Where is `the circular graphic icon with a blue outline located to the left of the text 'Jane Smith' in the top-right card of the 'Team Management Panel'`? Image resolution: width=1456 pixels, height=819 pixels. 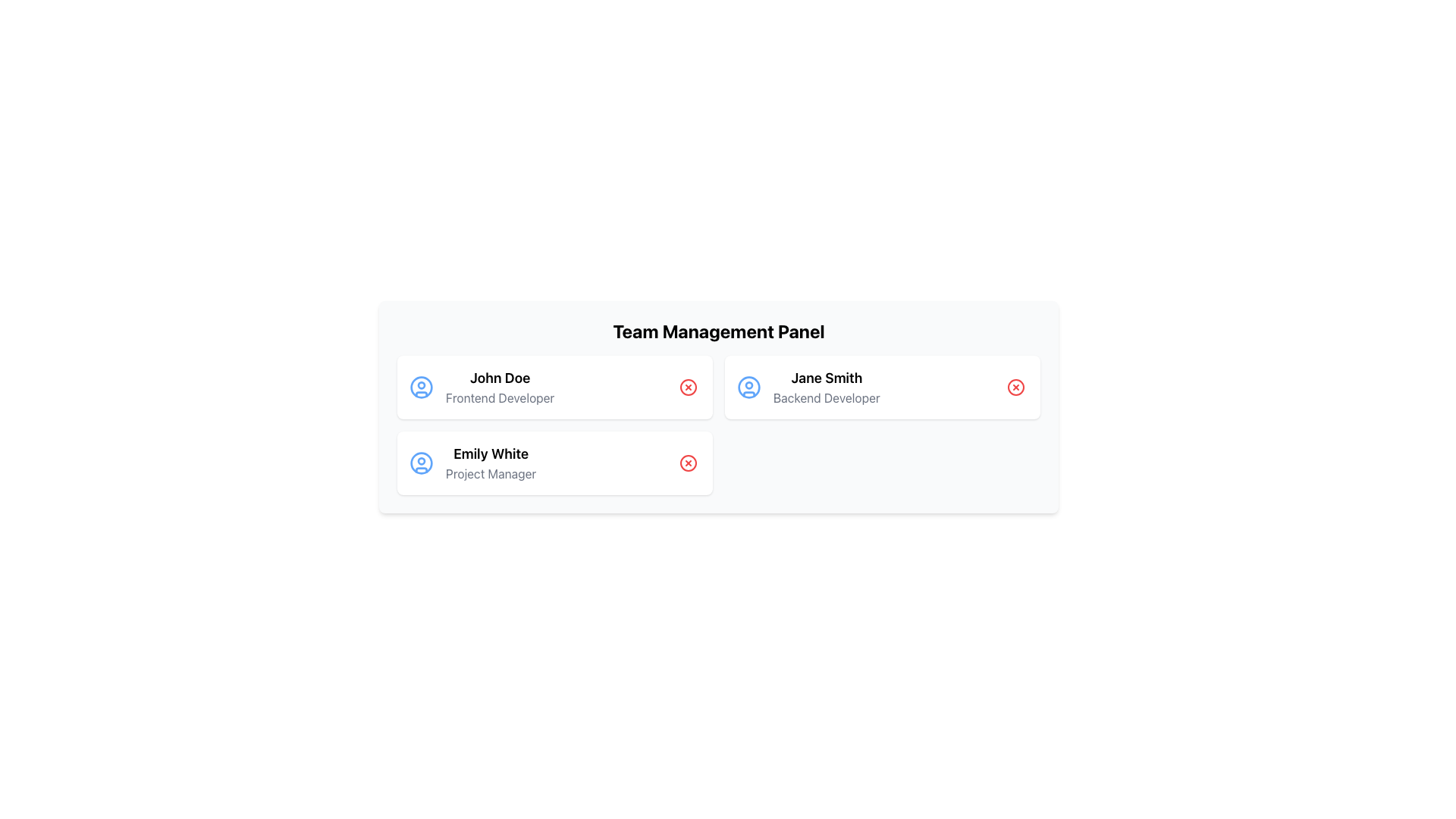
the circular graphic icon with a blue outline located to the left of the text 'Jane Smith' in the top-right card of the 'Team Management Panel' is located at coordinates (749, 385).